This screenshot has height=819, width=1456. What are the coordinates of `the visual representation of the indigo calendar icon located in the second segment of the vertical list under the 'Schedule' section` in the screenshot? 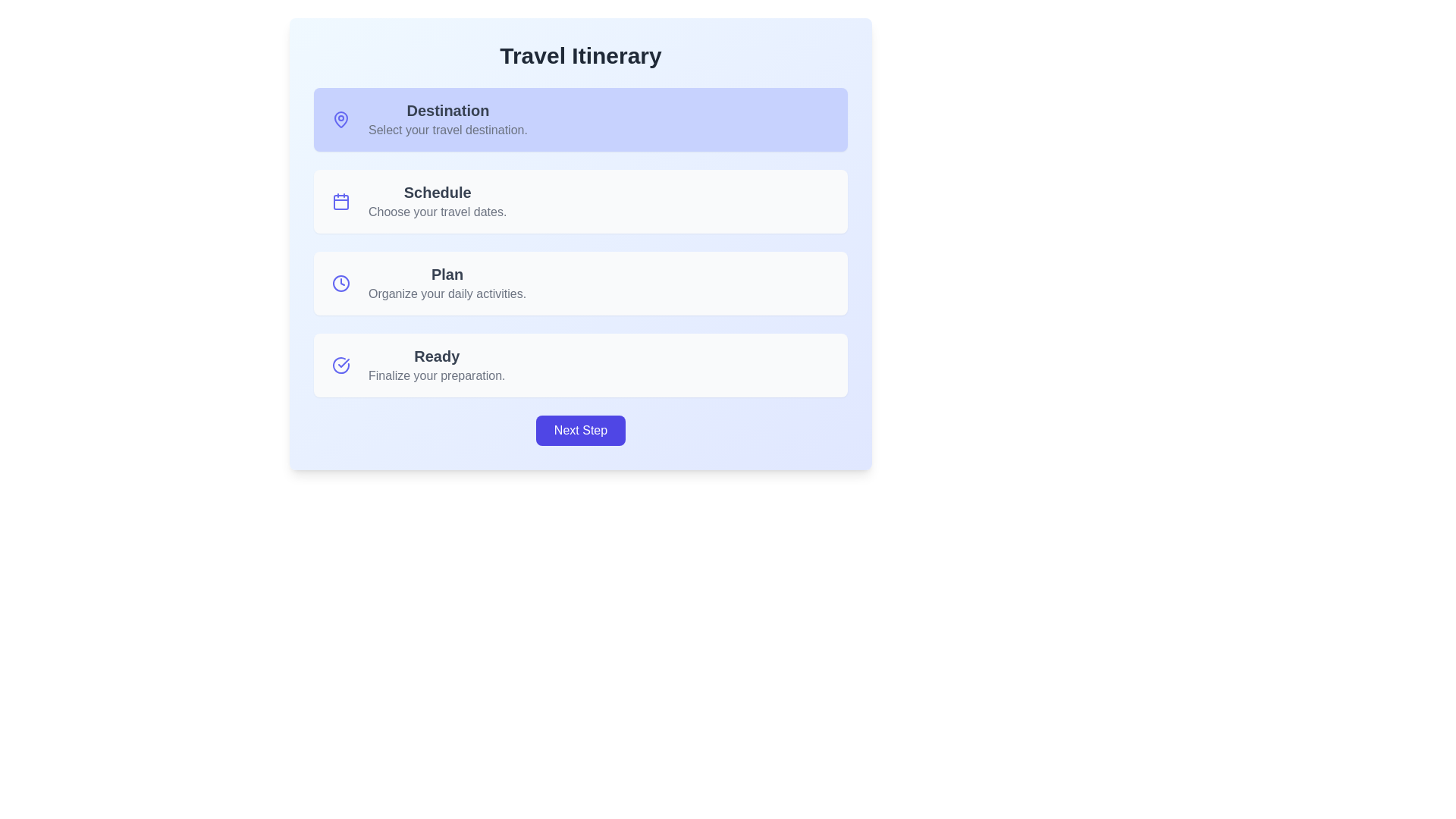 It's located at (340, 201).